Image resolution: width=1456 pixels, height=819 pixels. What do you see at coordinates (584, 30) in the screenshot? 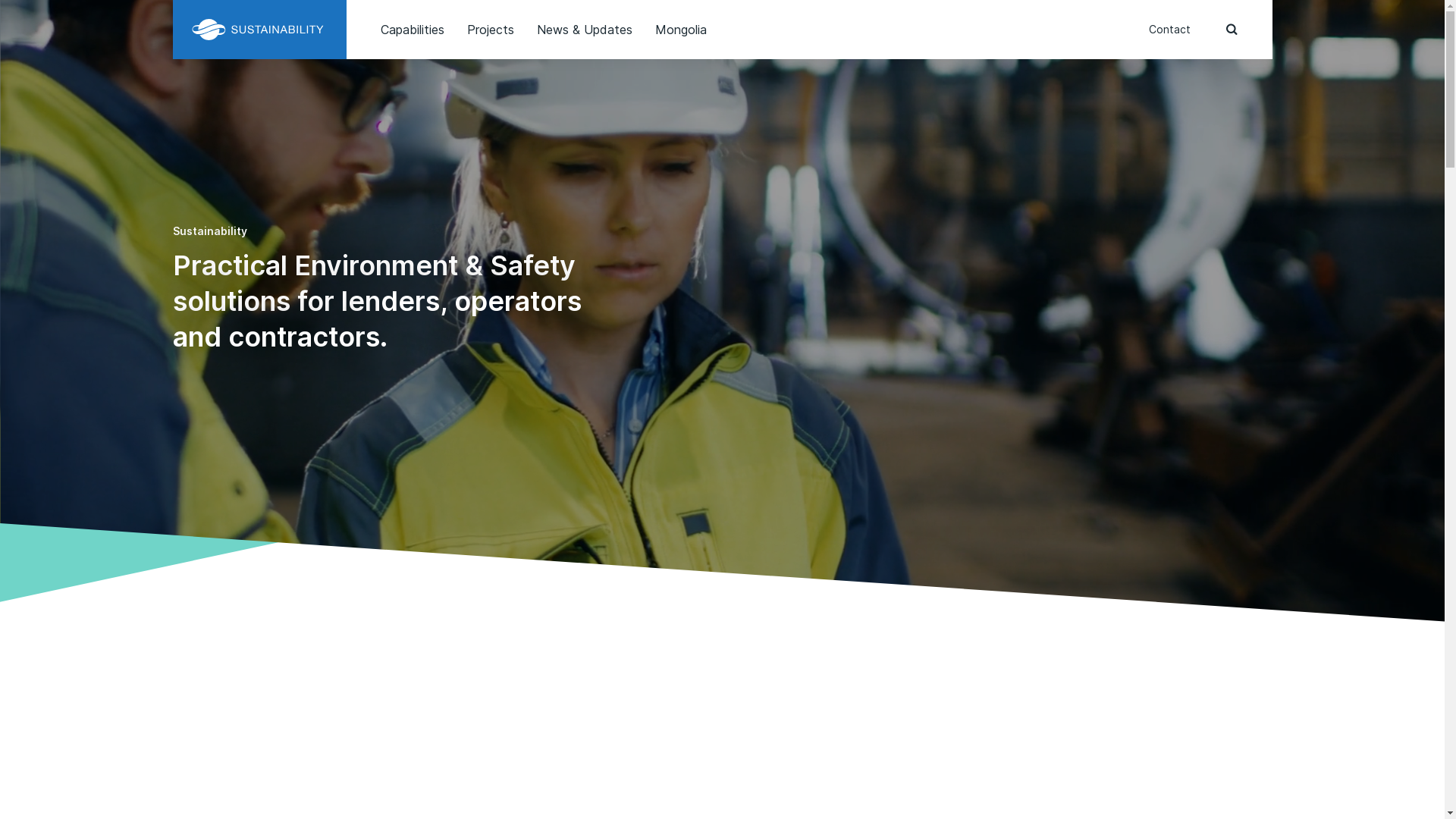
I see `'News & Updates'` at bounding box center [584, 30].